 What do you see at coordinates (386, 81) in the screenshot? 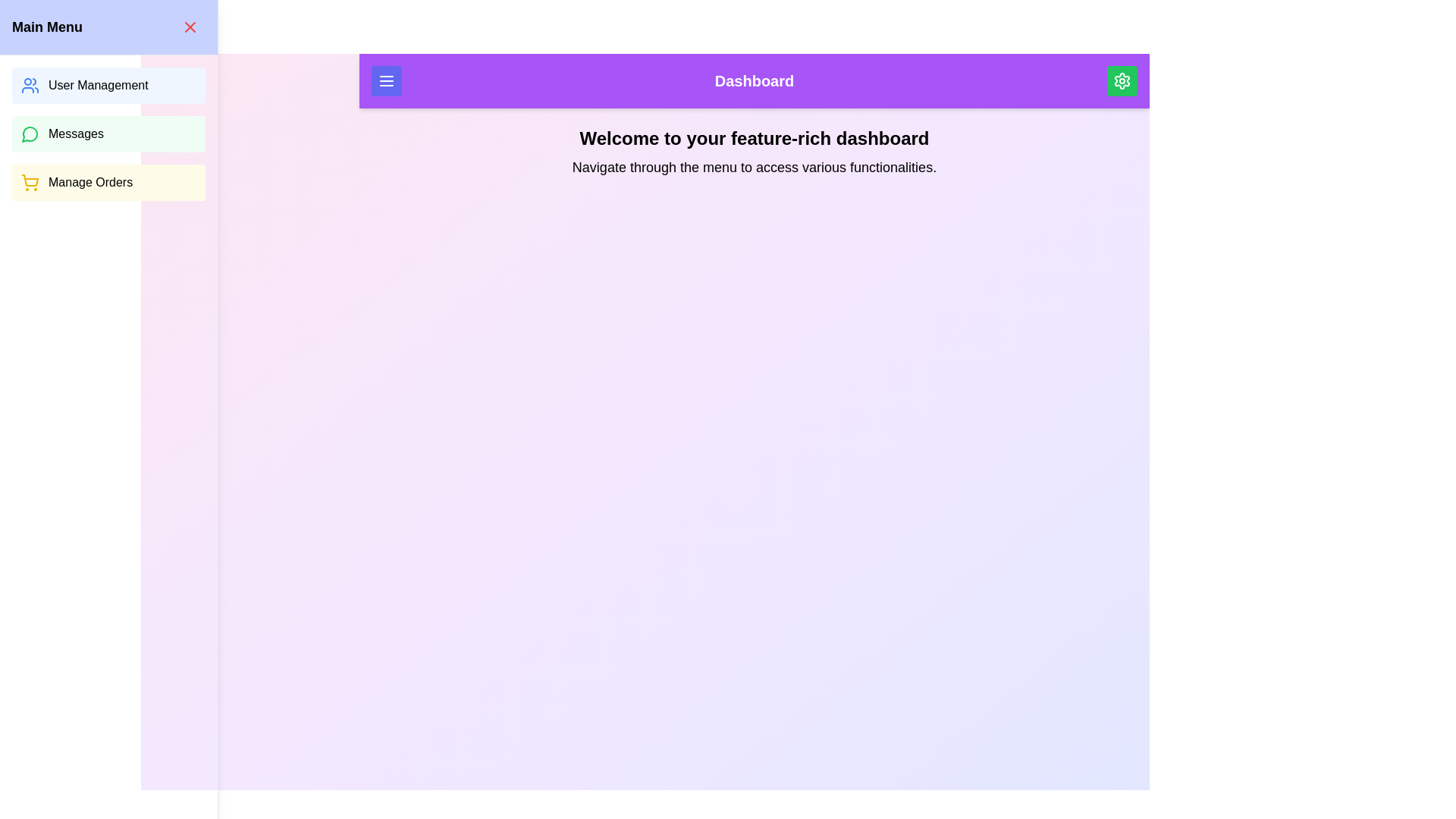
I see `the Icon (Menu) within the Button located at the top left of the purple navigation bar` at bounding box center [386, 81].